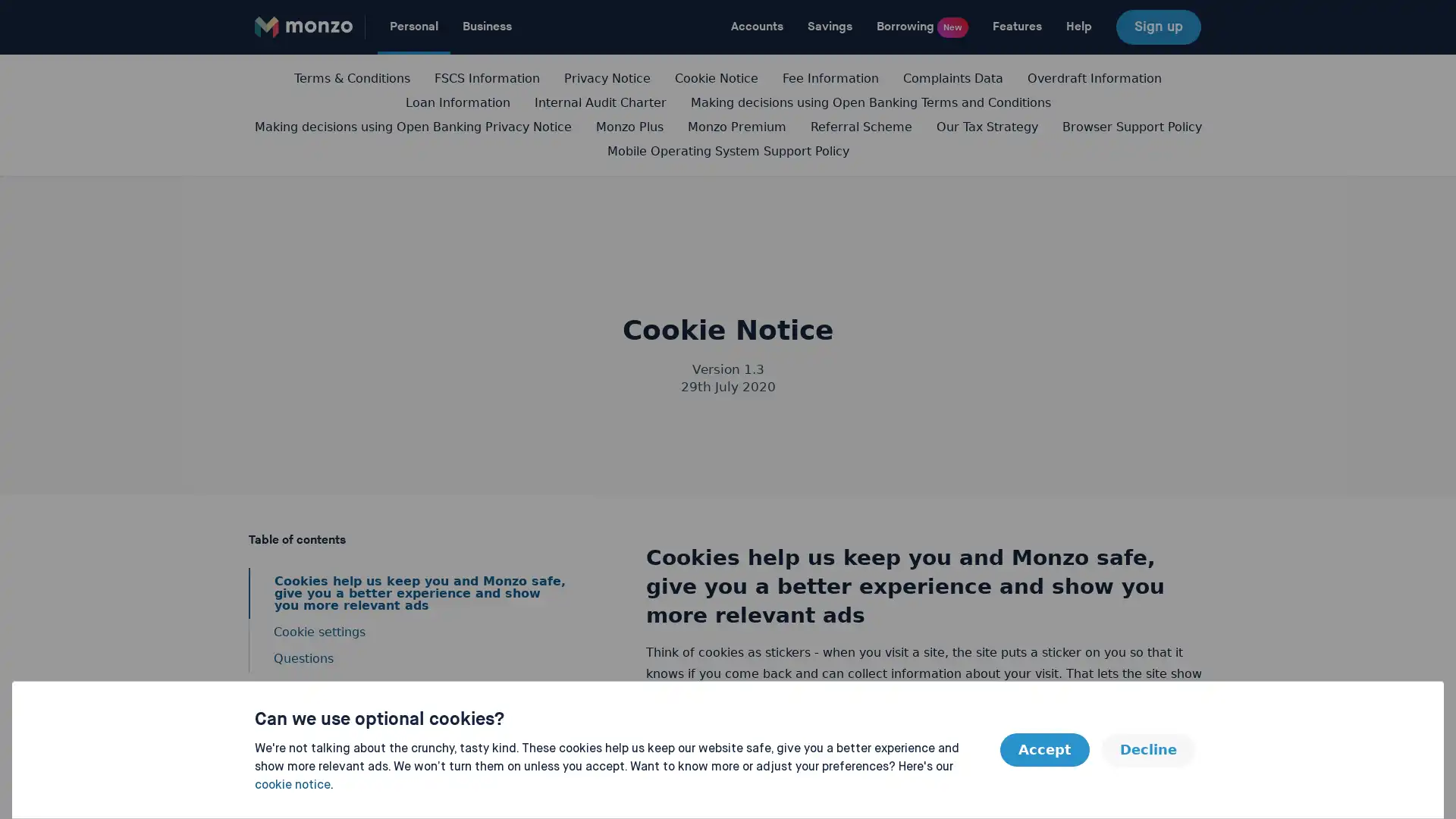 Image resolution: width=1456 pixels, height=819 pixels. I want to click on Accounts, so click(757, 27).